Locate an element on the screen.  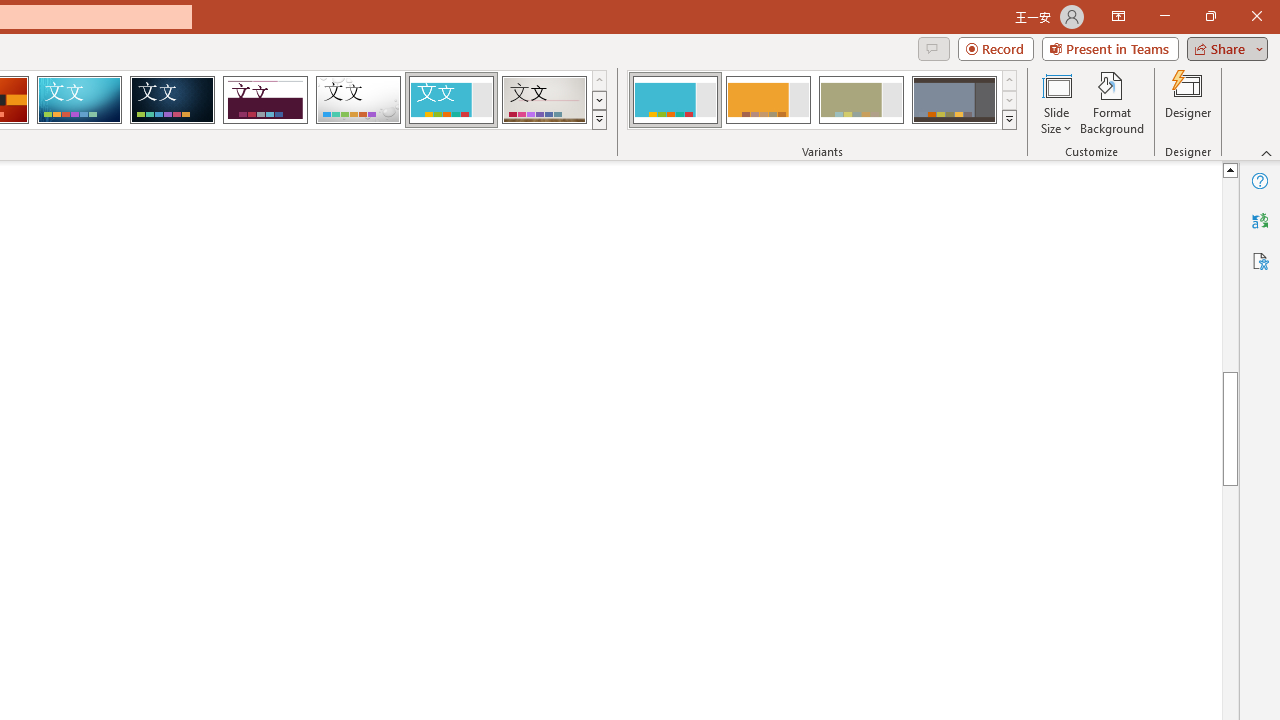
'Variants' is located at coordinates (1009, 120).